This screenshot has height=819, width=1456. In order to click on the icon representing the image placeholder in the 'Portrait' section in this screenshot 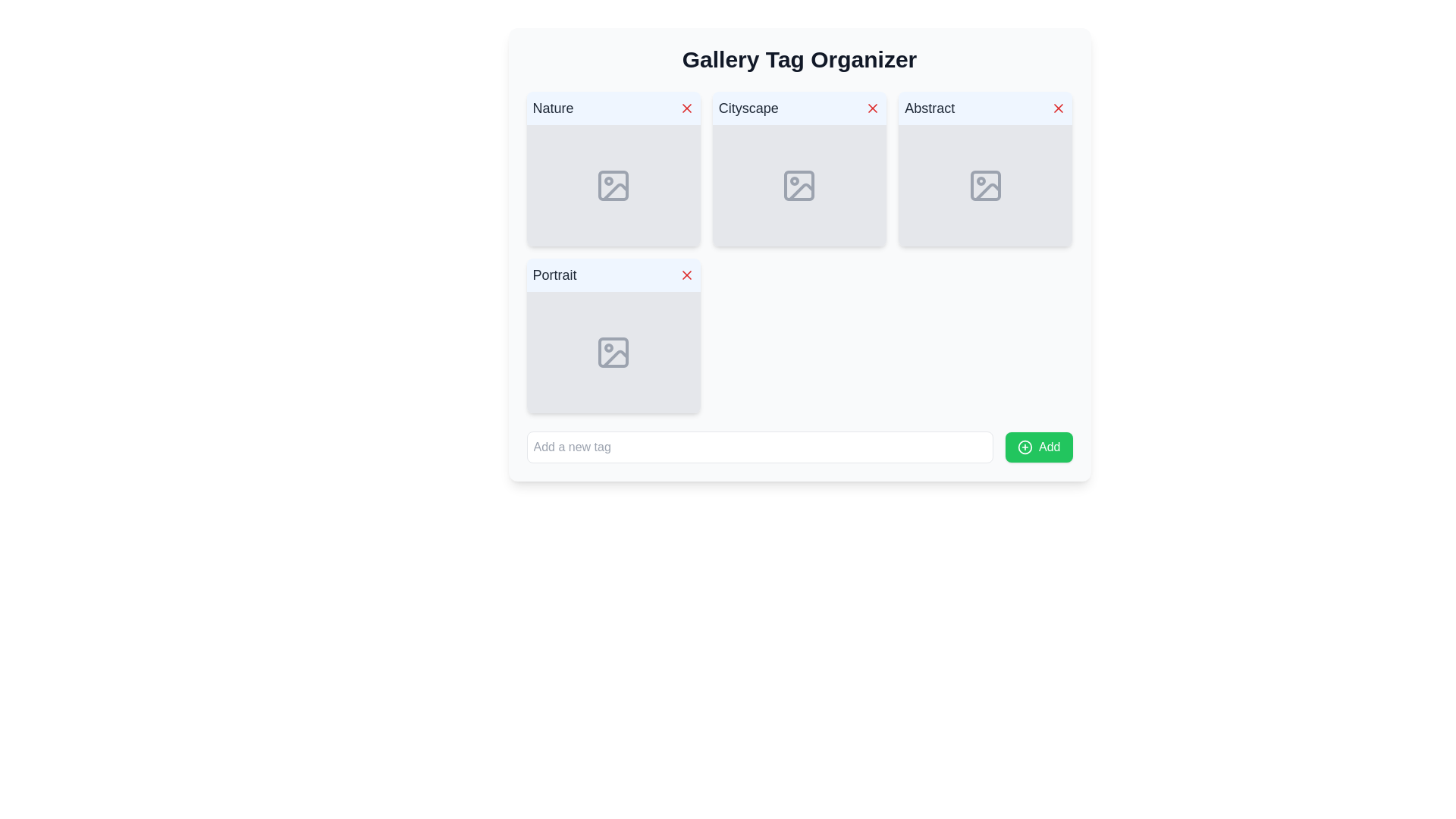, I will do `click(613, 353)`.